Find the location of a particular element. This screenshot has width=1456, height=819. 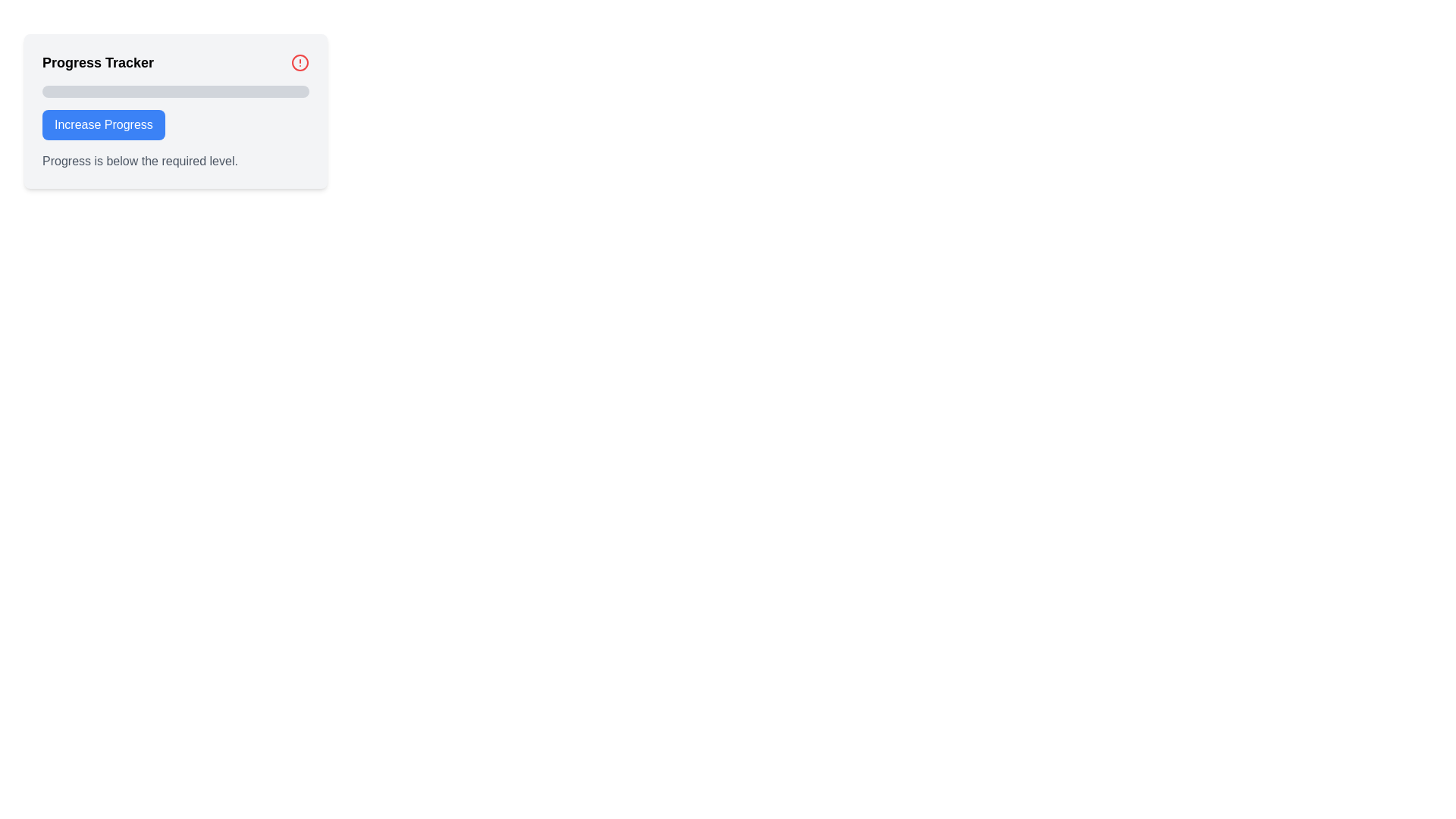

the Text Label indicating the progress level does not meet the required threshold, located below the 'Increase Progress' button in the 'Progress Tracker' layout is located at coordinates (140, 161).